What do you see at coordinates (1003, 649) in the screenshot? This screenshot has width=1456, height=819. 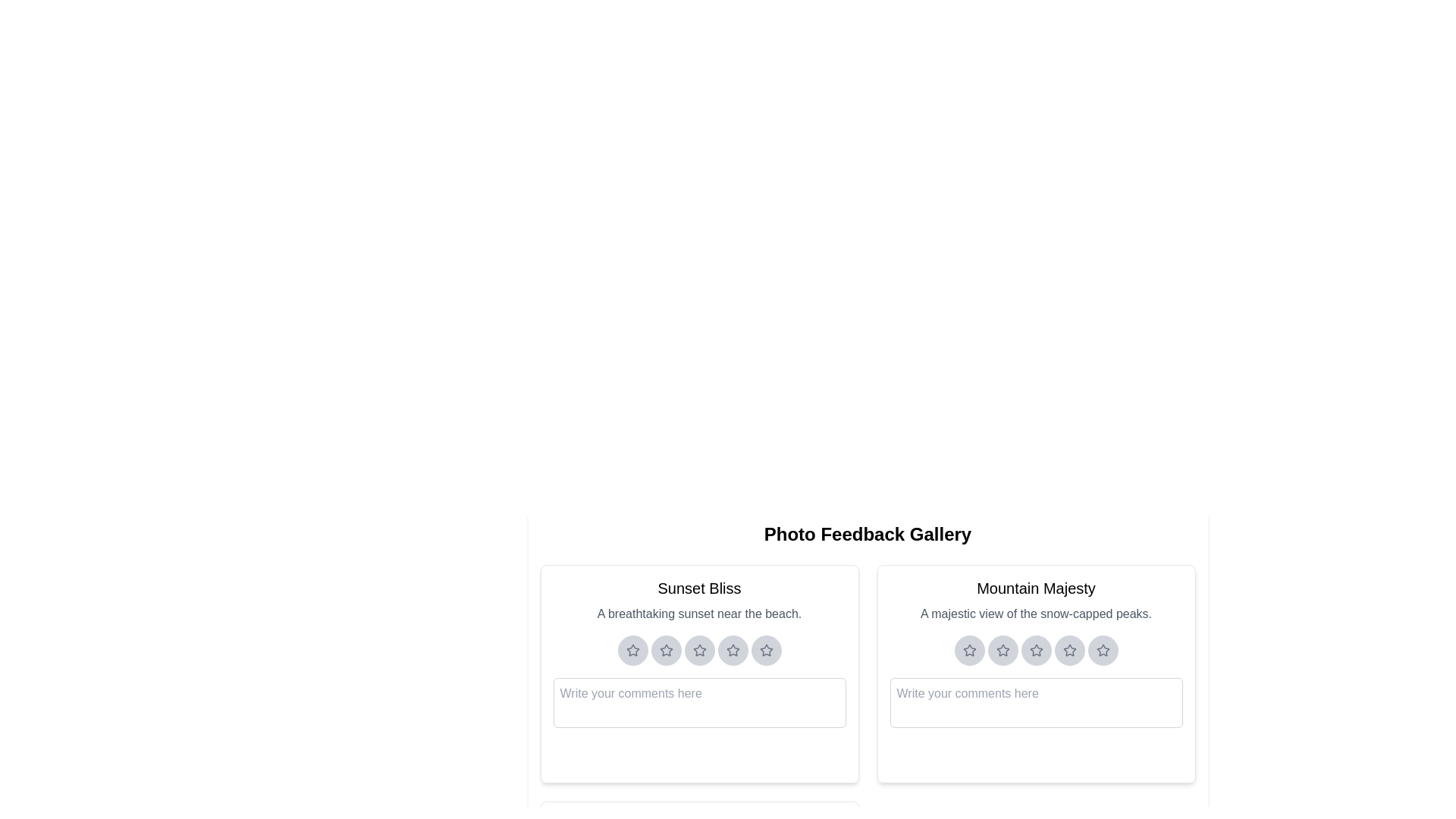 I see `the second star in the 'Mountain Majesty' feedback section` at bounding box center [1003, 649].